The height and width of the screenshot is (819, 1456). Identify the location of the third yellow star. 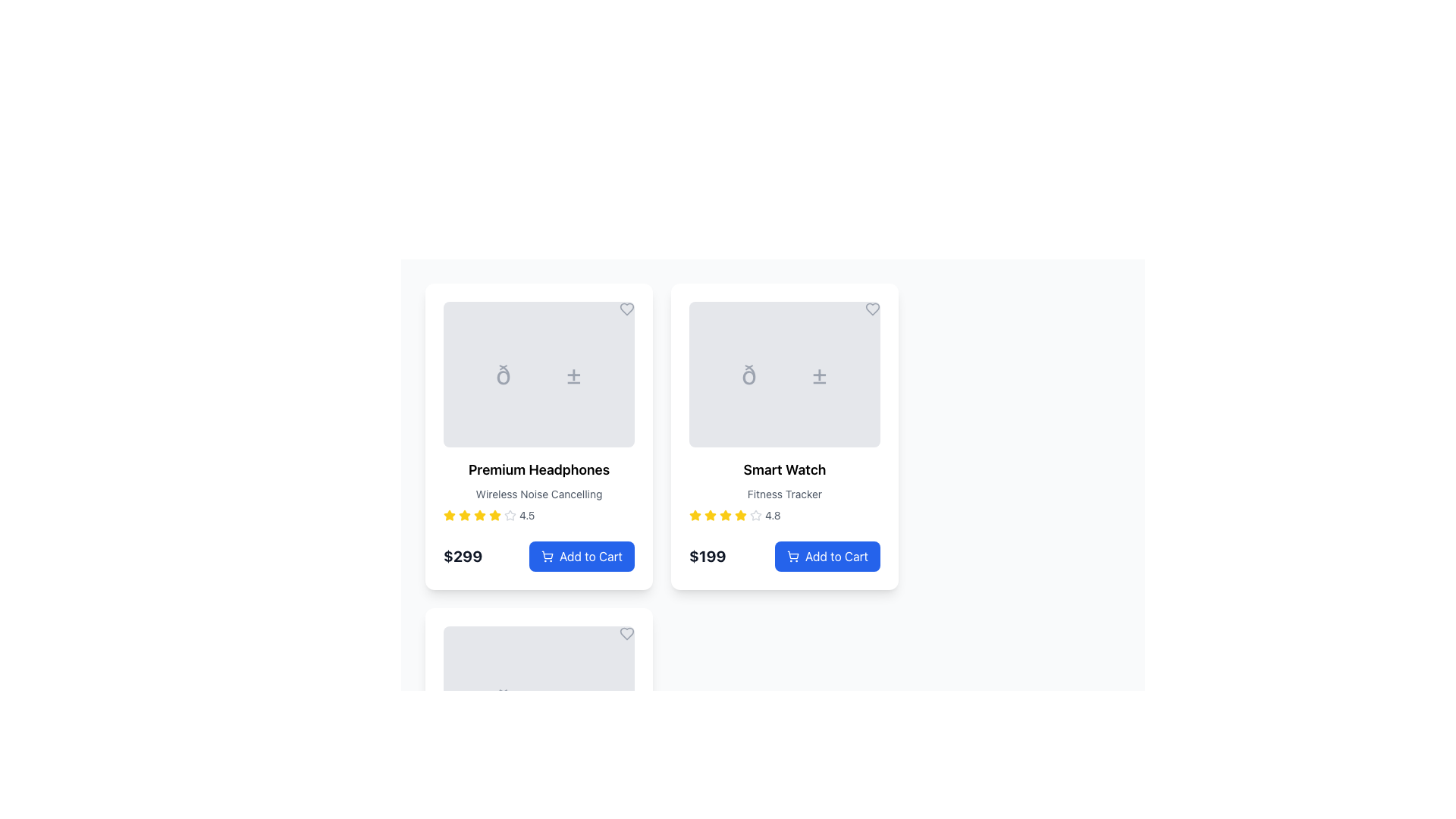
(709, 514).